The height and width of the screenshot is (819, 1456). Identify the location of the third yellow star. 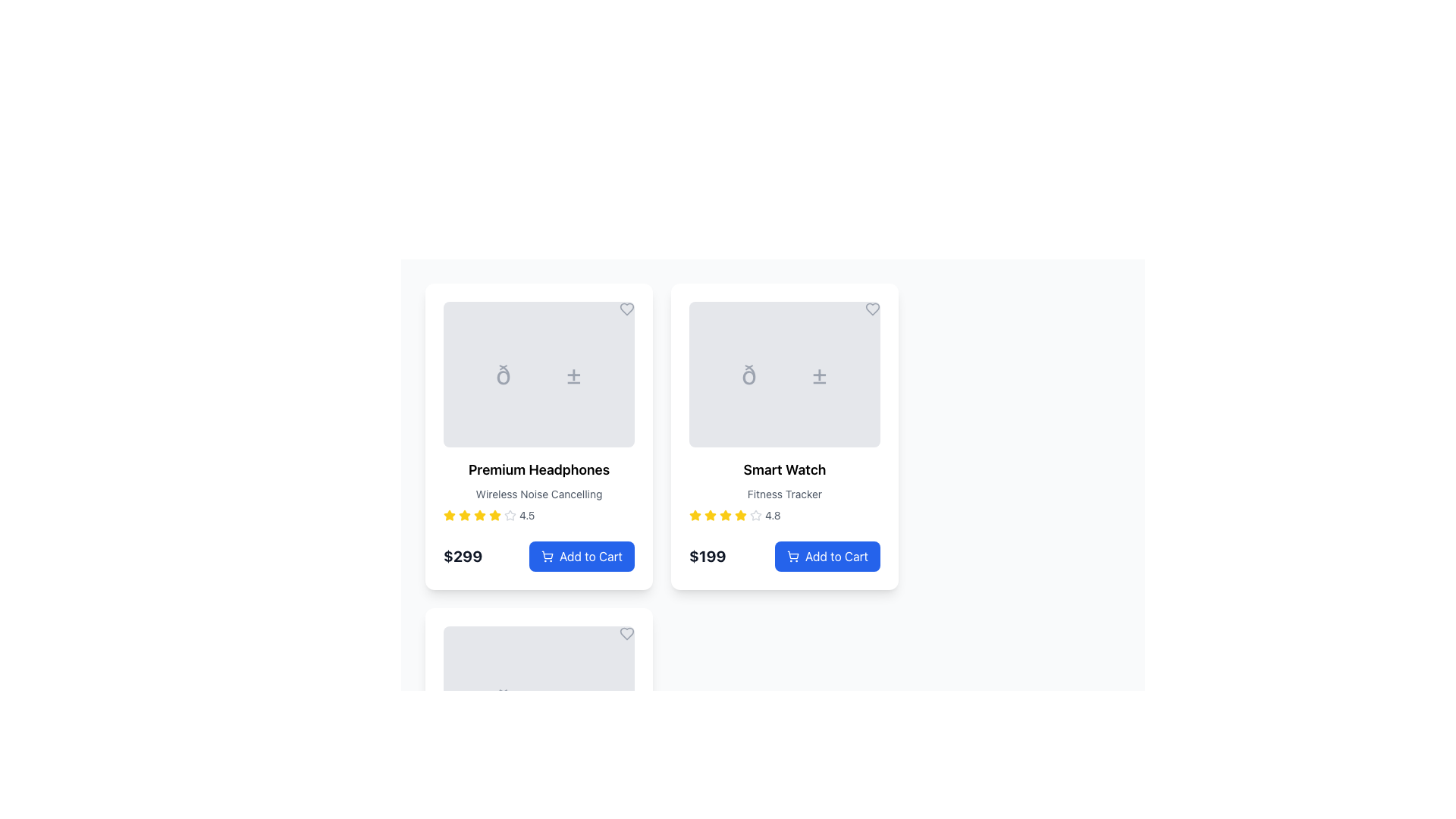
(709, 514).